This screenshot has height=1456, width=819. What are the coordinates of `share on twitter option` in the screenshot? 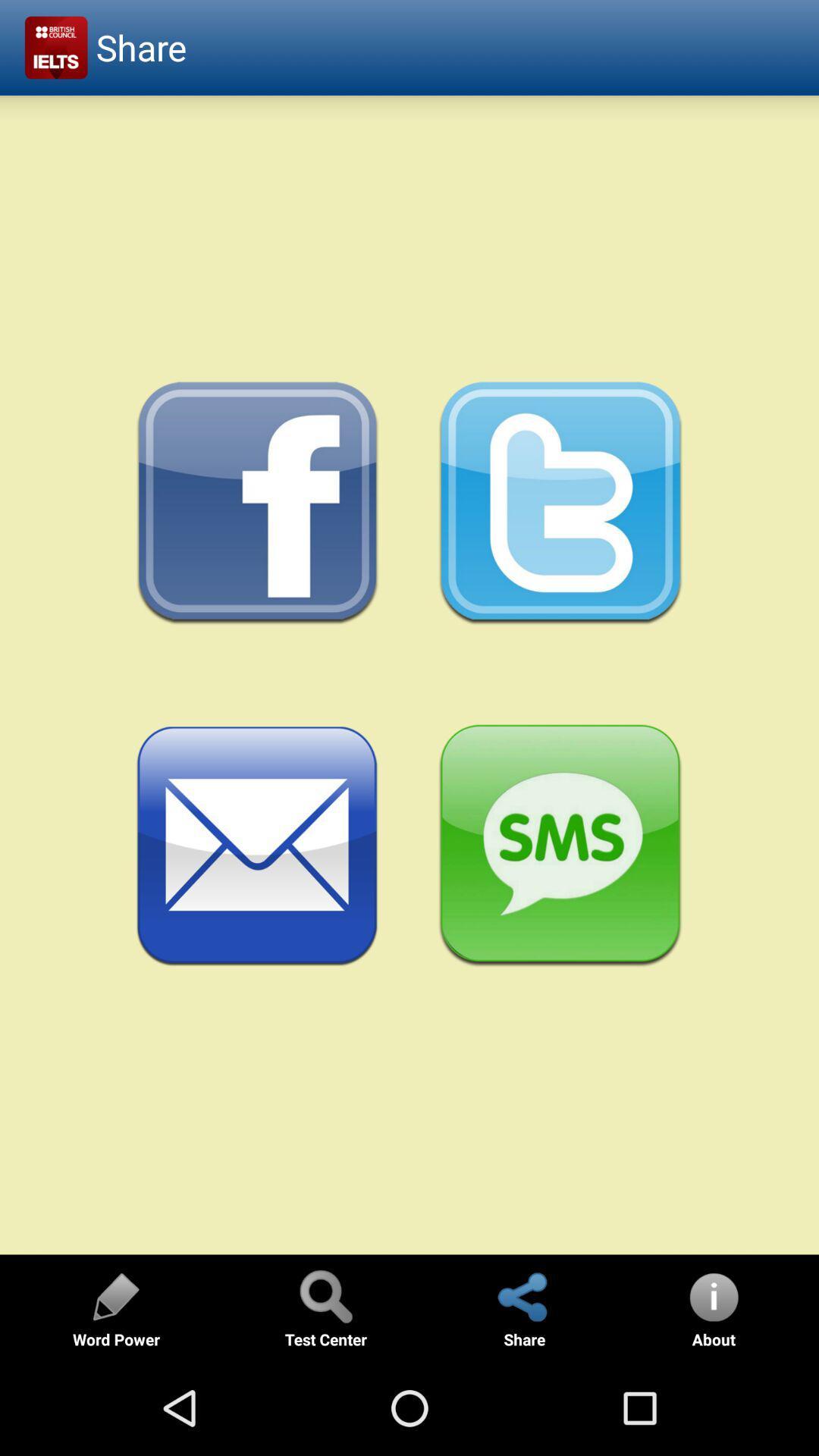 It's located at (560, 504).